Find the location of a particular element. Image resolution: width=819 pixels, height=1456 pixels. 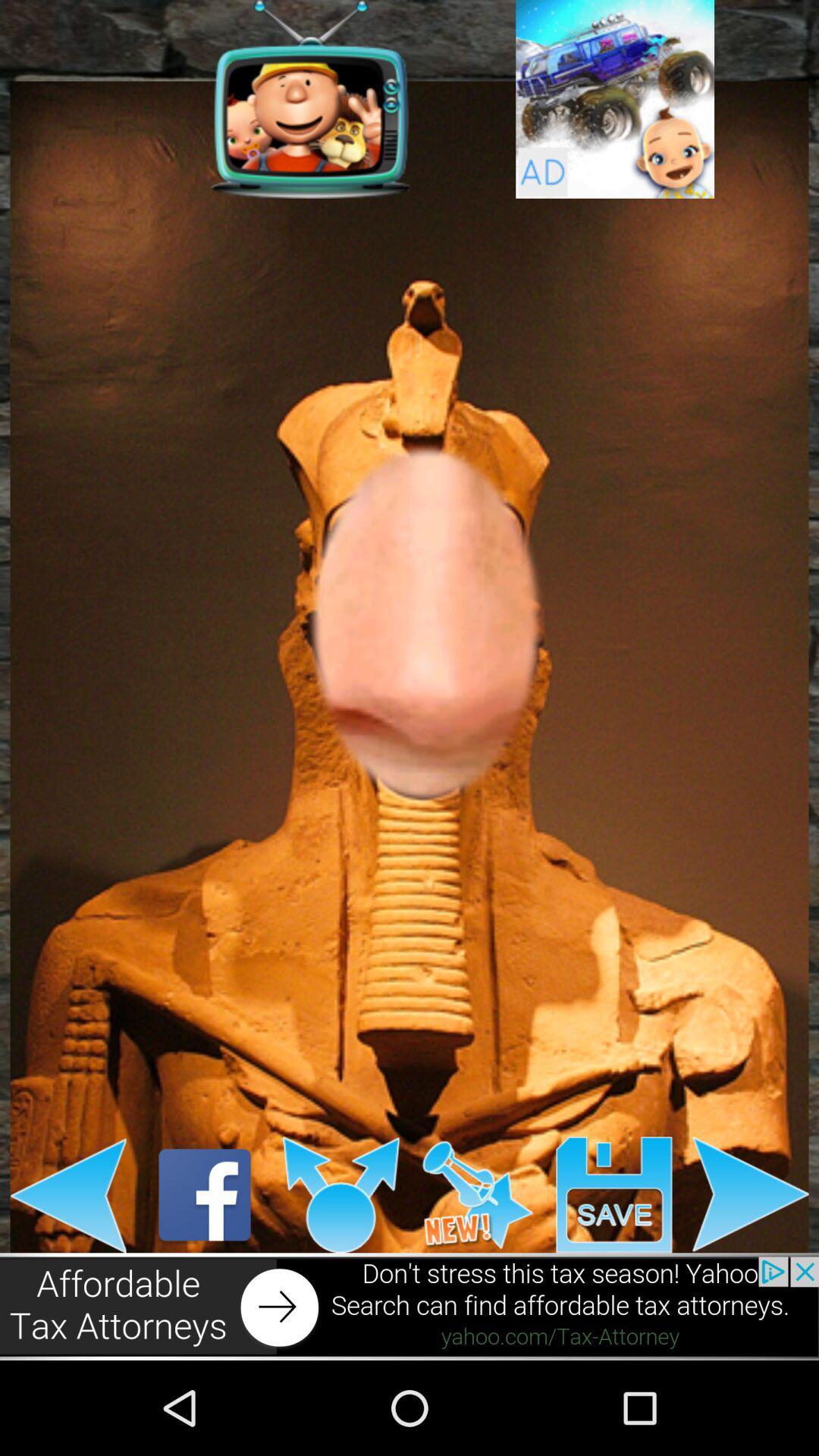

the share icon is located at coordinates (341, 1278).